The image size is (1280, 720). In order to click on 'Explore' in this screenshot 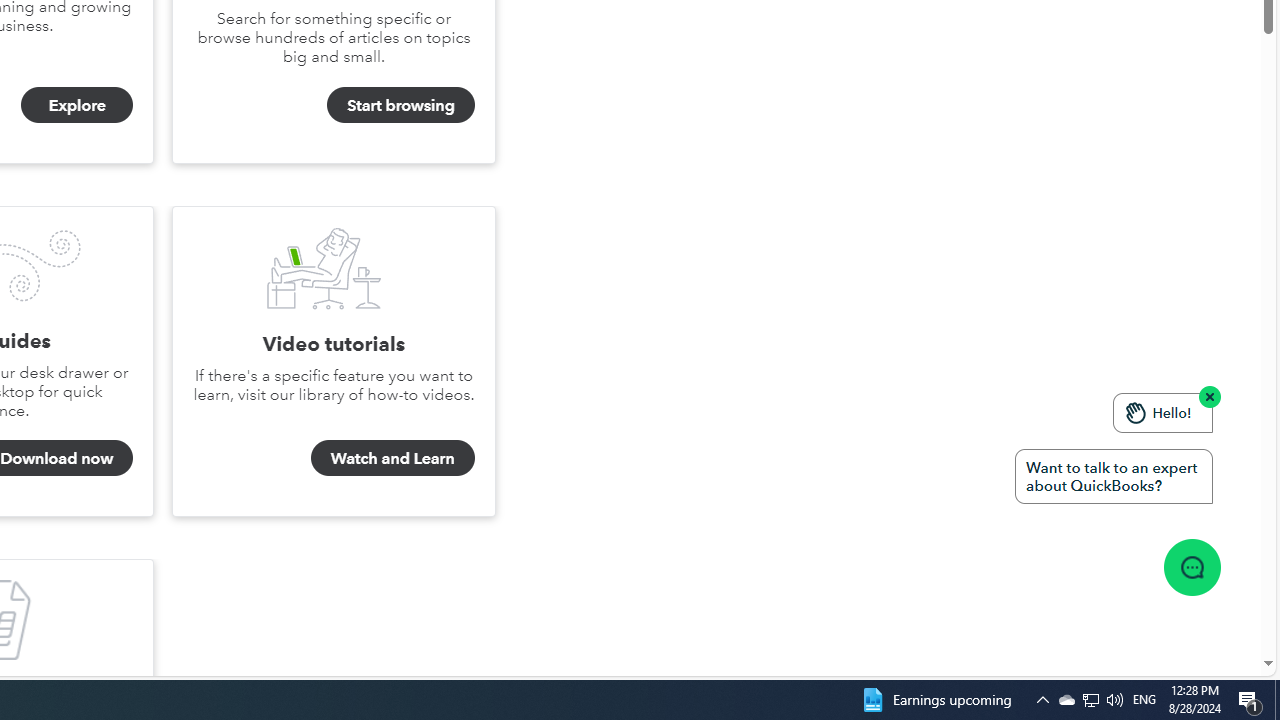, I will do `click(77, 105)`.